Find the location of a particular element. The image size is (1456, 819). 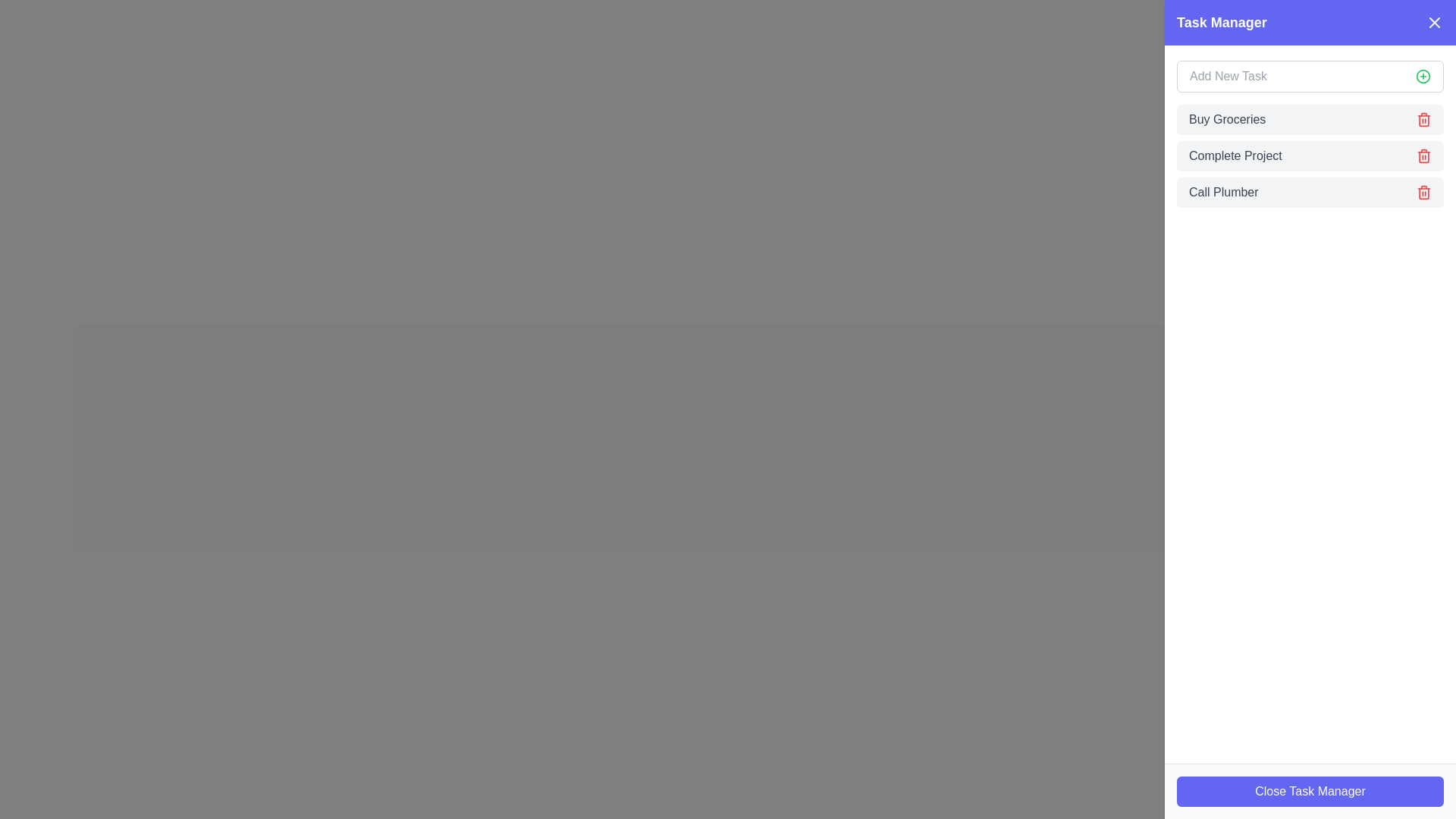

the text label displaying the task name 'Buy Groceries' located in the upper region of the 'Task Manager' panel, which is the first item in the list below the 'Add New Task' input field is located at coordinates (1227, 119).